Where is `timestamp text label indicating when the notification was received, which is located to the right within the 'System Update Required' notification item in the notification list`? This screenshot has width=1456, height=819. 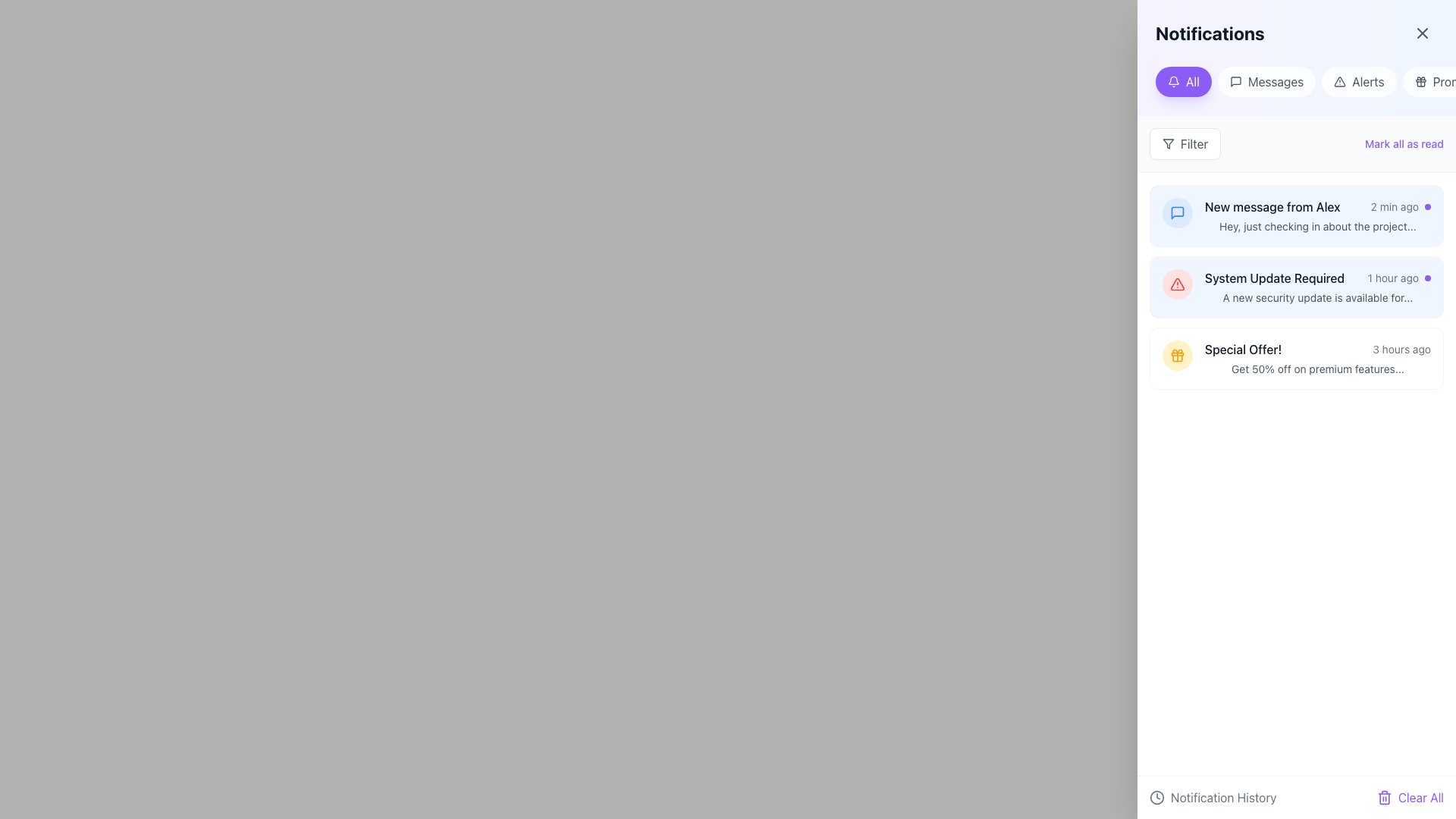
timestamp text label indicating when the notification was received, which is located to the right within the 'System Update Required' notification item in the notification list is located at coordinates (1398, 278).